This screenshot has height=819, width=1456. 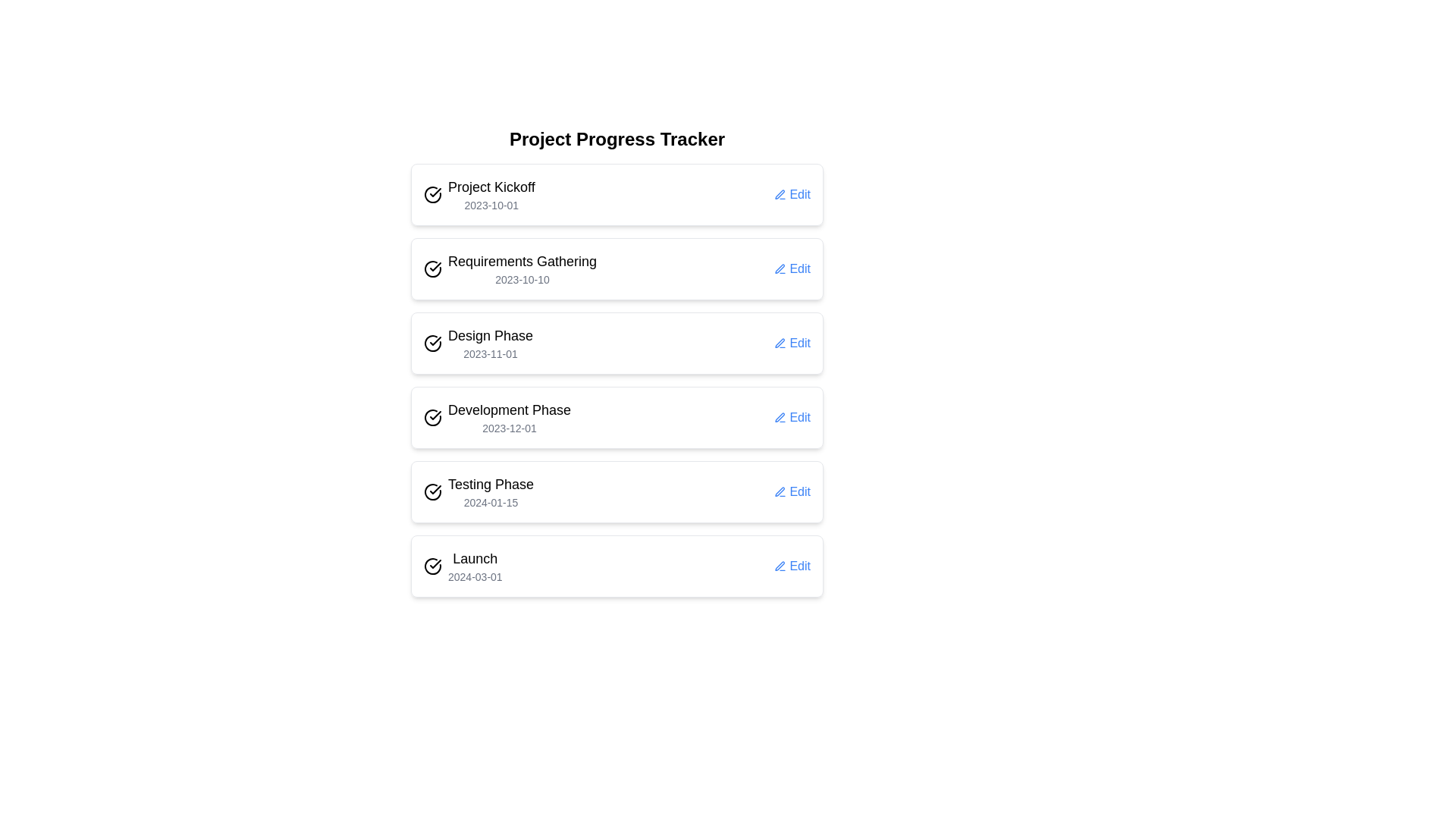 I want to click on the text block displaying 'Project Kickoff' with the date '2023-10-01', which is the first item in the project phases list under 'Project Progress Tracker', so click(x=491, y=194).